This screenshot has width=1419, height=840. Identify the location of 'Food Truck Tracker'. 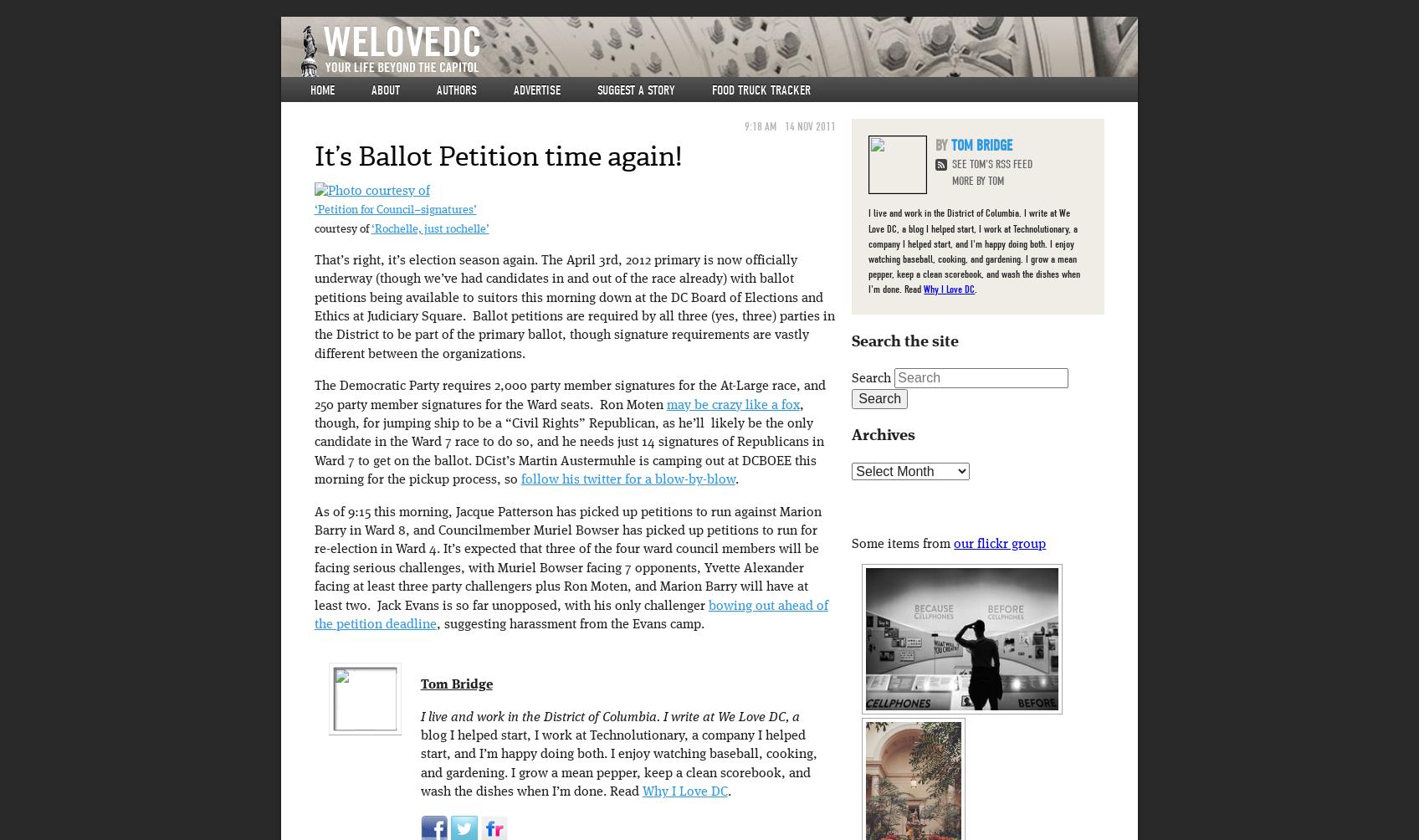
(761, 90).